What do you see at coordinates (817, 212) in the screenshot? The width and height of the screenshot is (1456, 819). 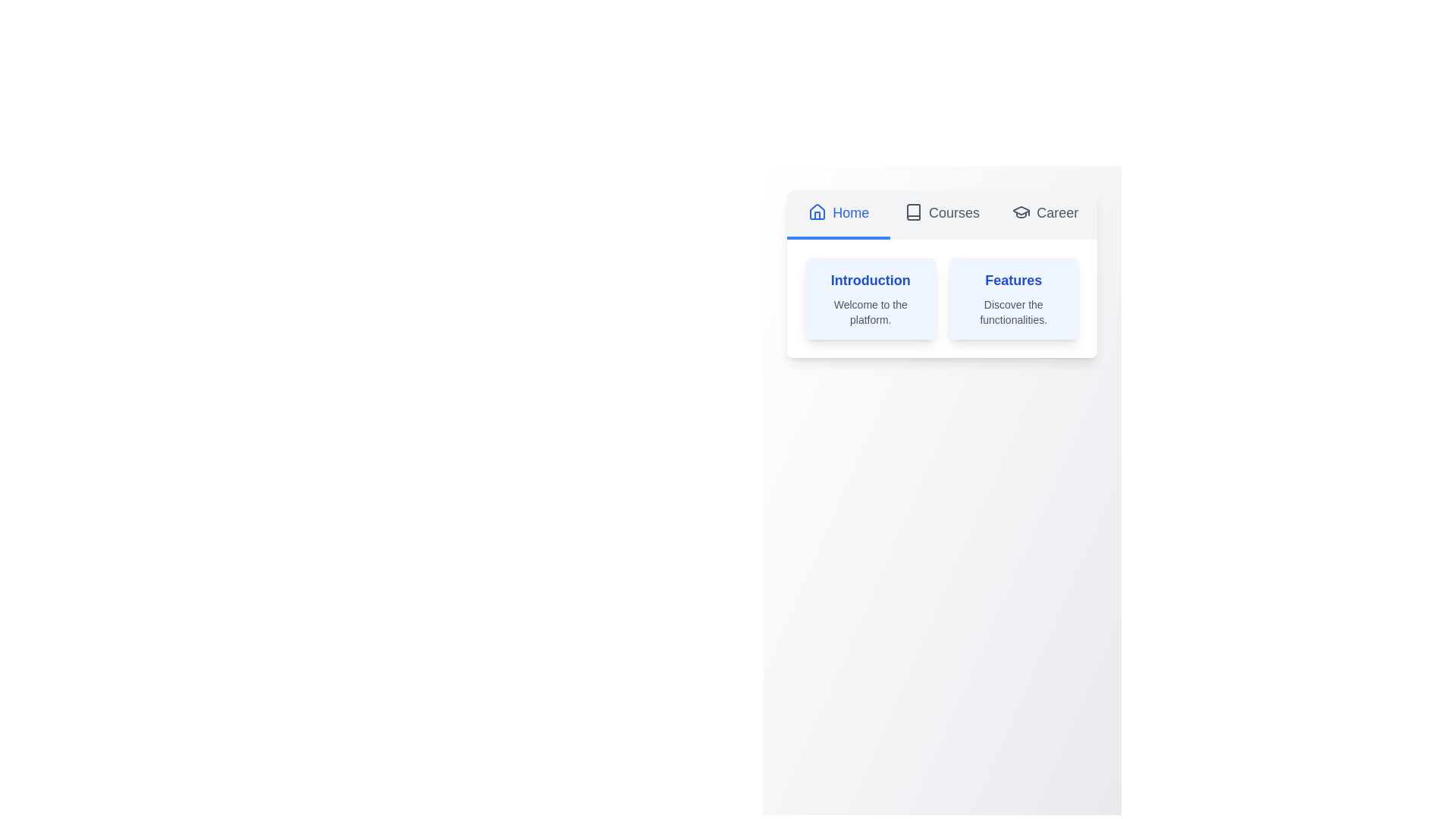 I see `the house icon representing the 'Home' section` at bounding box center [817, 212].